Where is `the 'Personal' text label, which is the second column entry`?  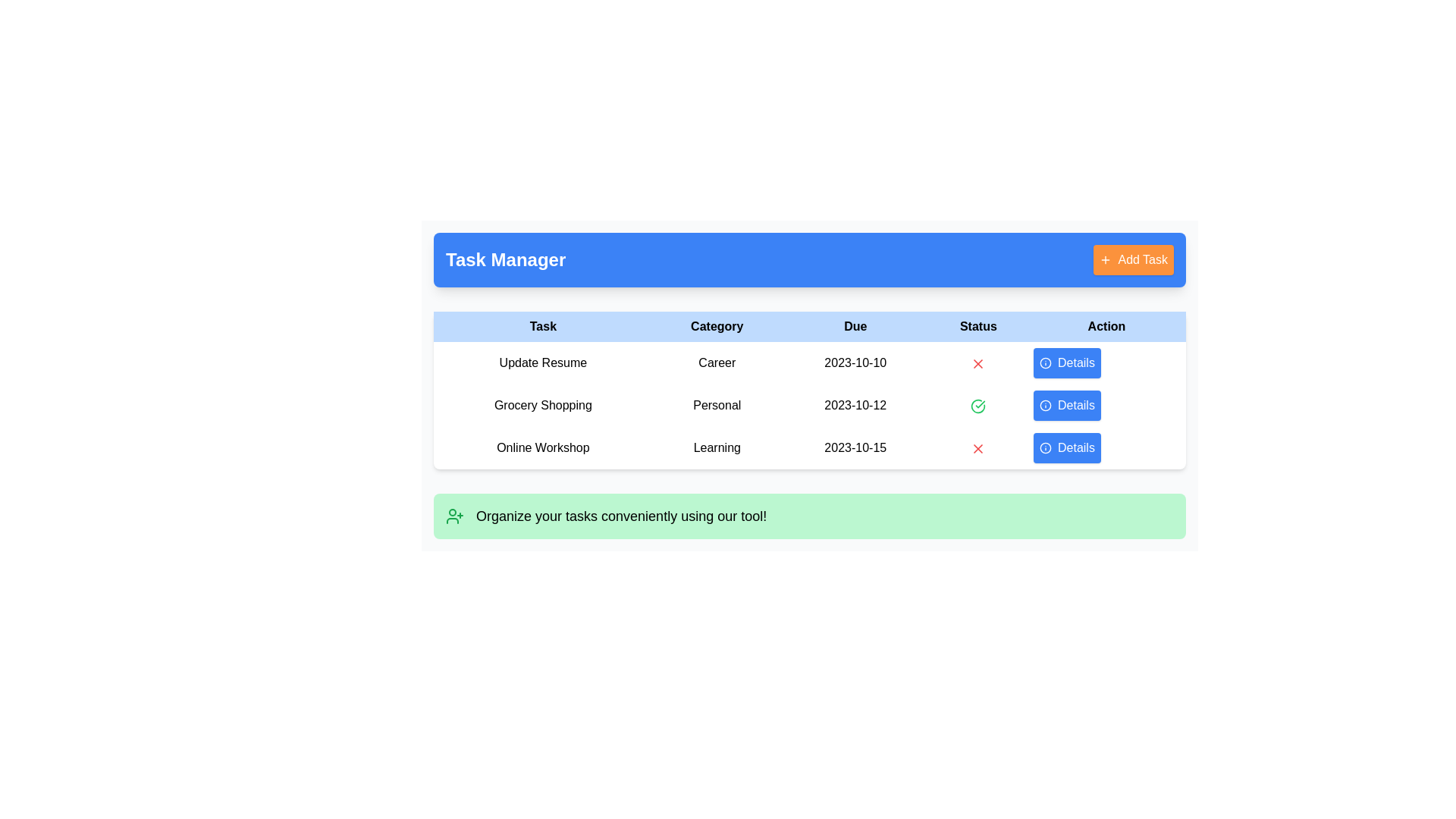 the 'Personal' text label, which is the second column entry is located at coordinates (716, 405).